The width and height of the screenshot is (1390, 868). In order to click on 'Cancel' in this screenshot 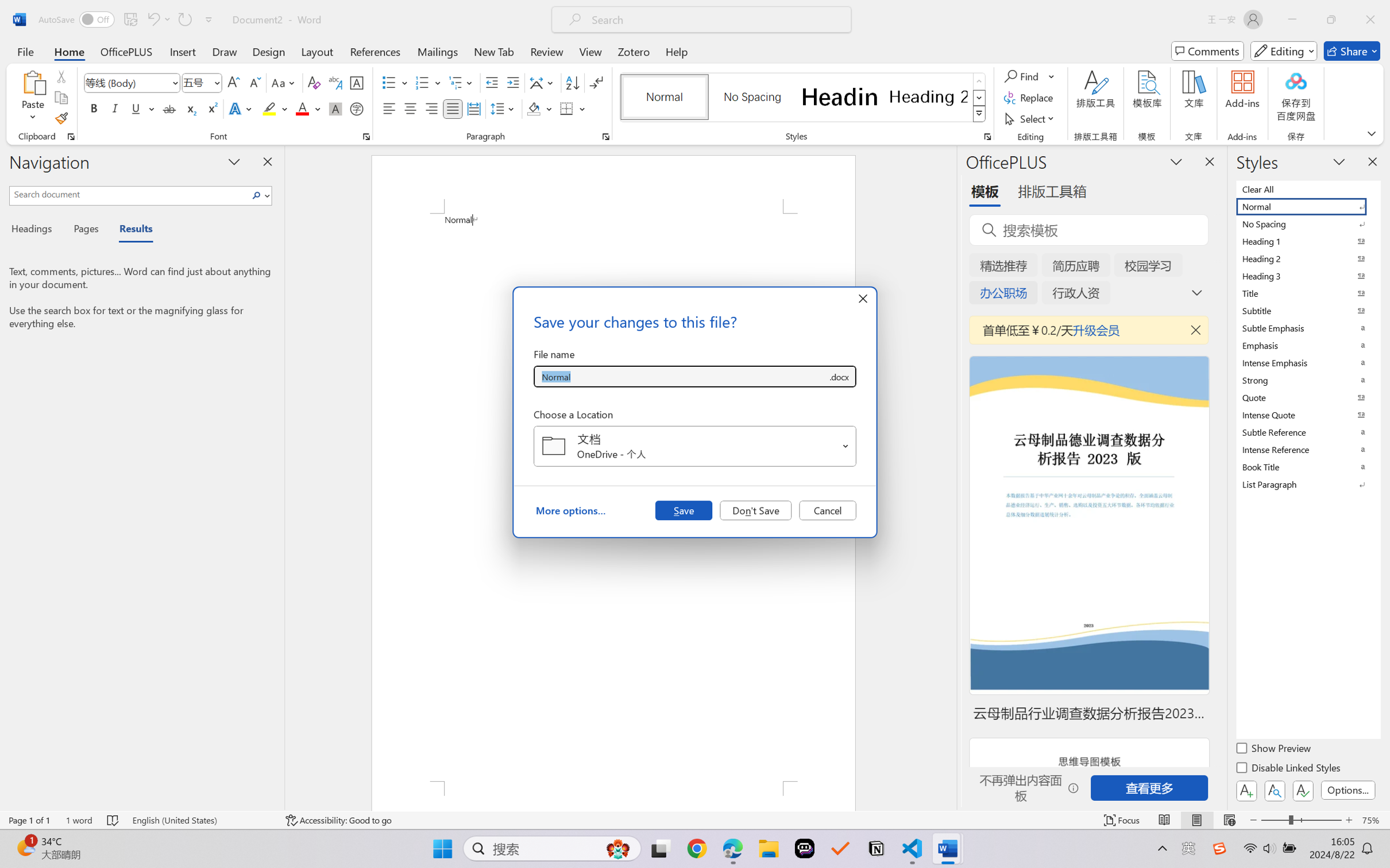, I will do `click(827, 509)`.